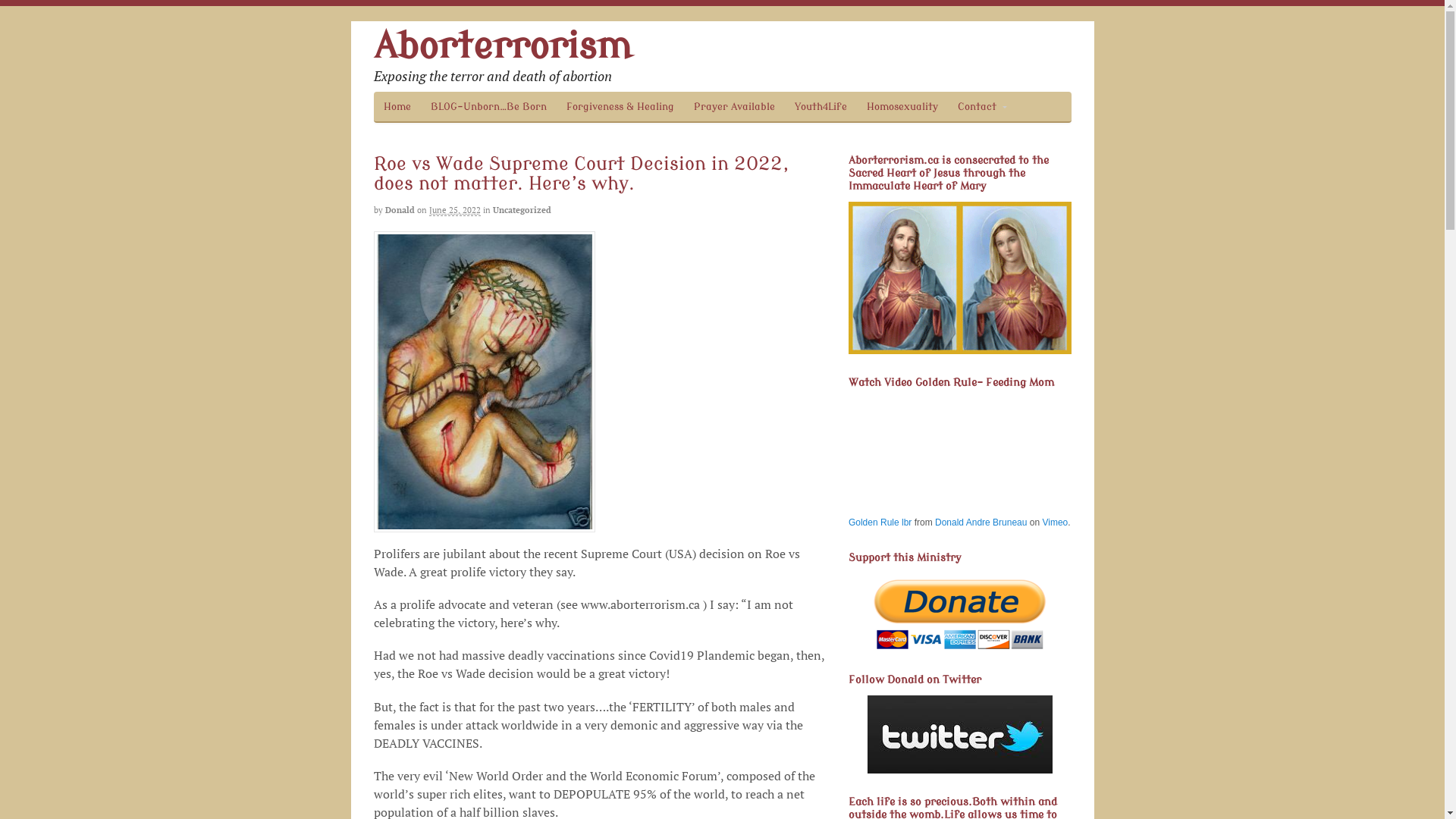  I want to click on 'Vimeo', so click(1054, 522).